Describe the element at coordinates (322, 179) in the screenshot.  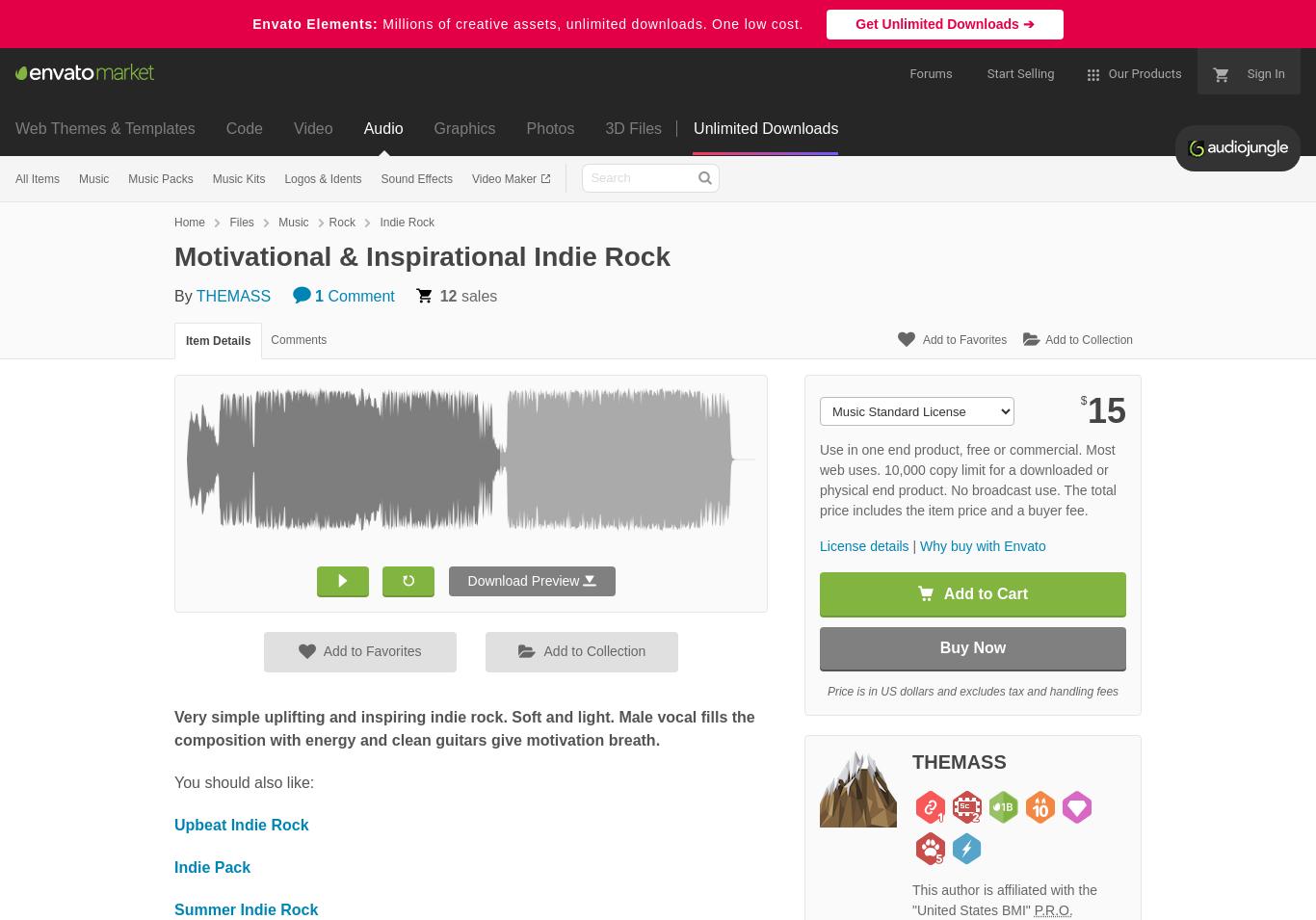
I see `'Logos & Idents'` at that location.